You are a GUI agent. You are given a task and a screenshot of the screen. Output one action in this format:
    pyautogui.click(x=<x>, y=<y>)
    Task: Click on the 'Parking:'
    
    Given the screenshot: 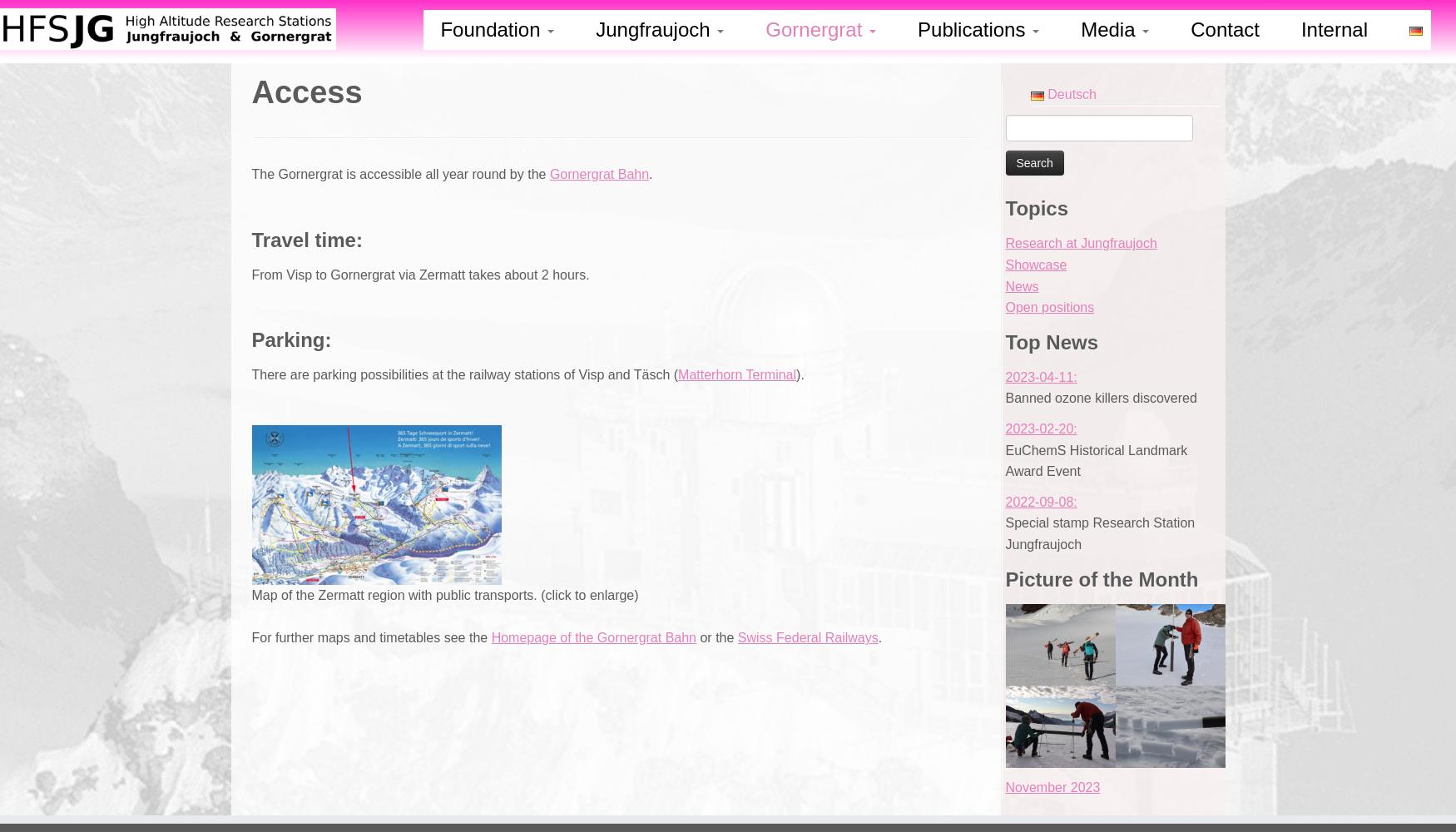 What is the action you would take?
    pyautogui.click(x=291, y=339)
    